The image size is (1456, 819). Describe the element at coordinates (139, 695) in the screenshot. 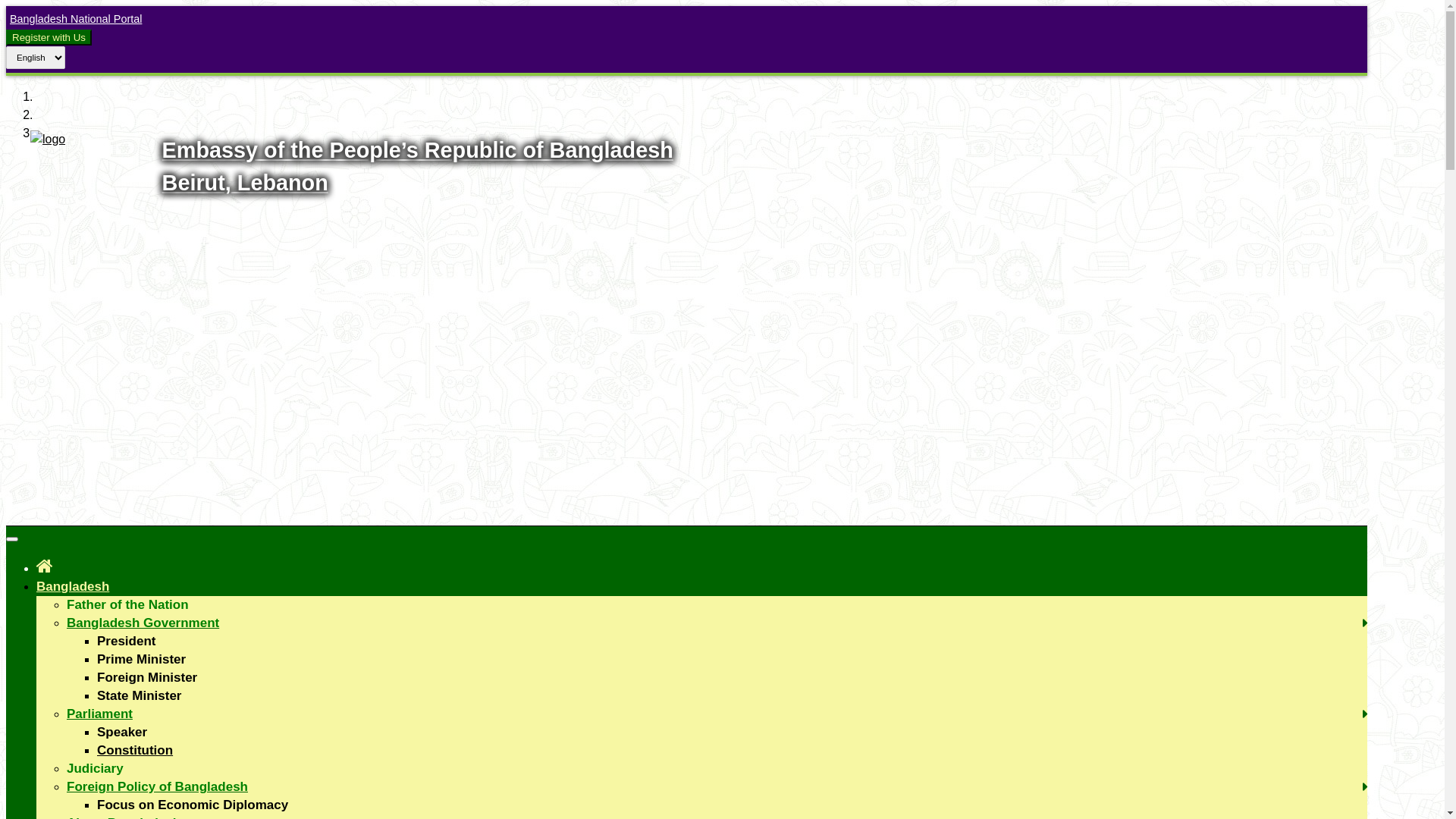

I see `'State Minister'` at that location.